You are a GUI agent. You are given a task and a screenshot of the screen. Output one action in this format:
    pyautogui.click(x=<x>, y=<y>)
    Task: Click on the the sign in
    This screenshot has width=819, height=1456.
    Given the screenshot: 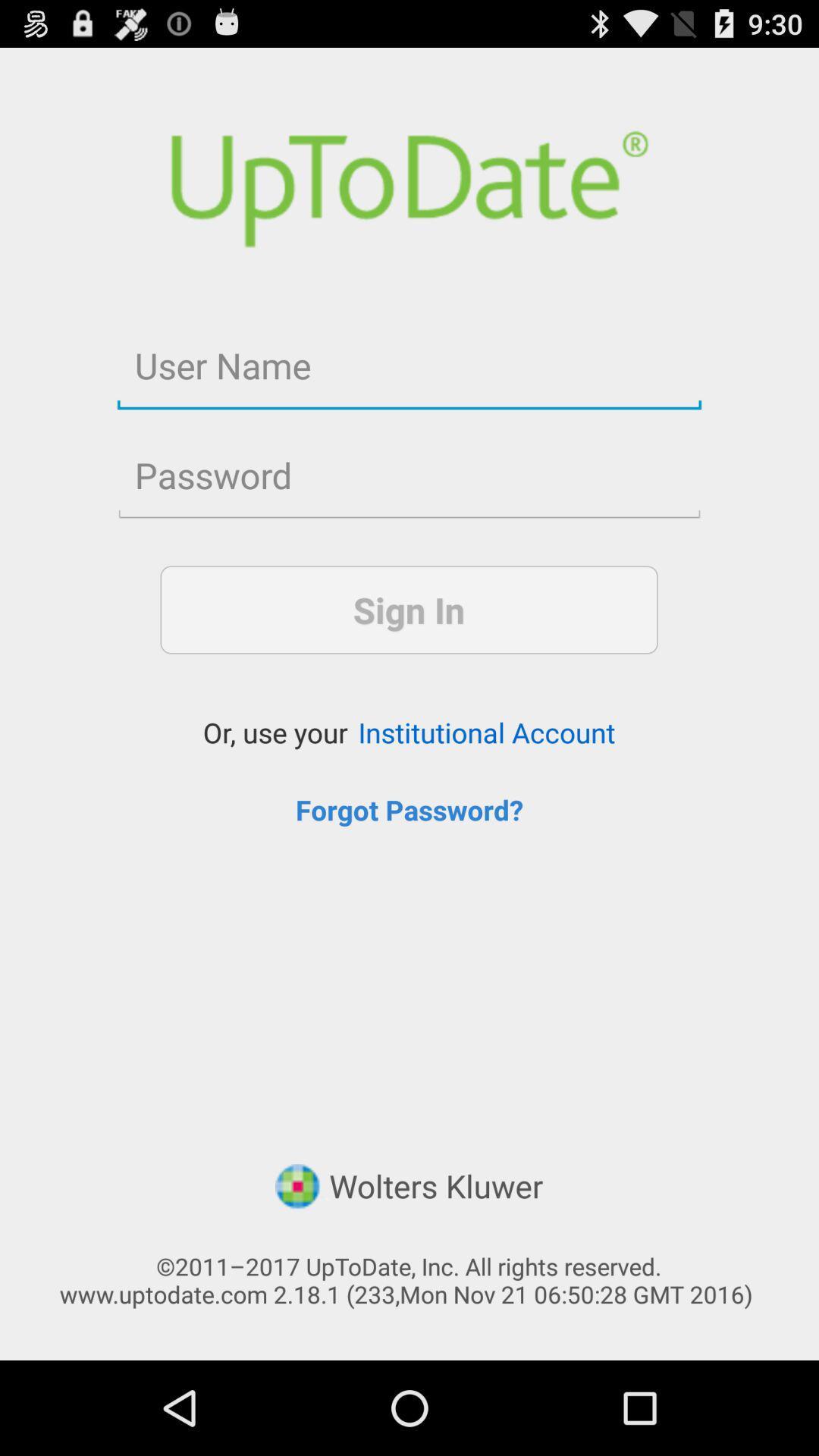 What is the action you would take?
    pyautogui.click(x=408, y=610)
    